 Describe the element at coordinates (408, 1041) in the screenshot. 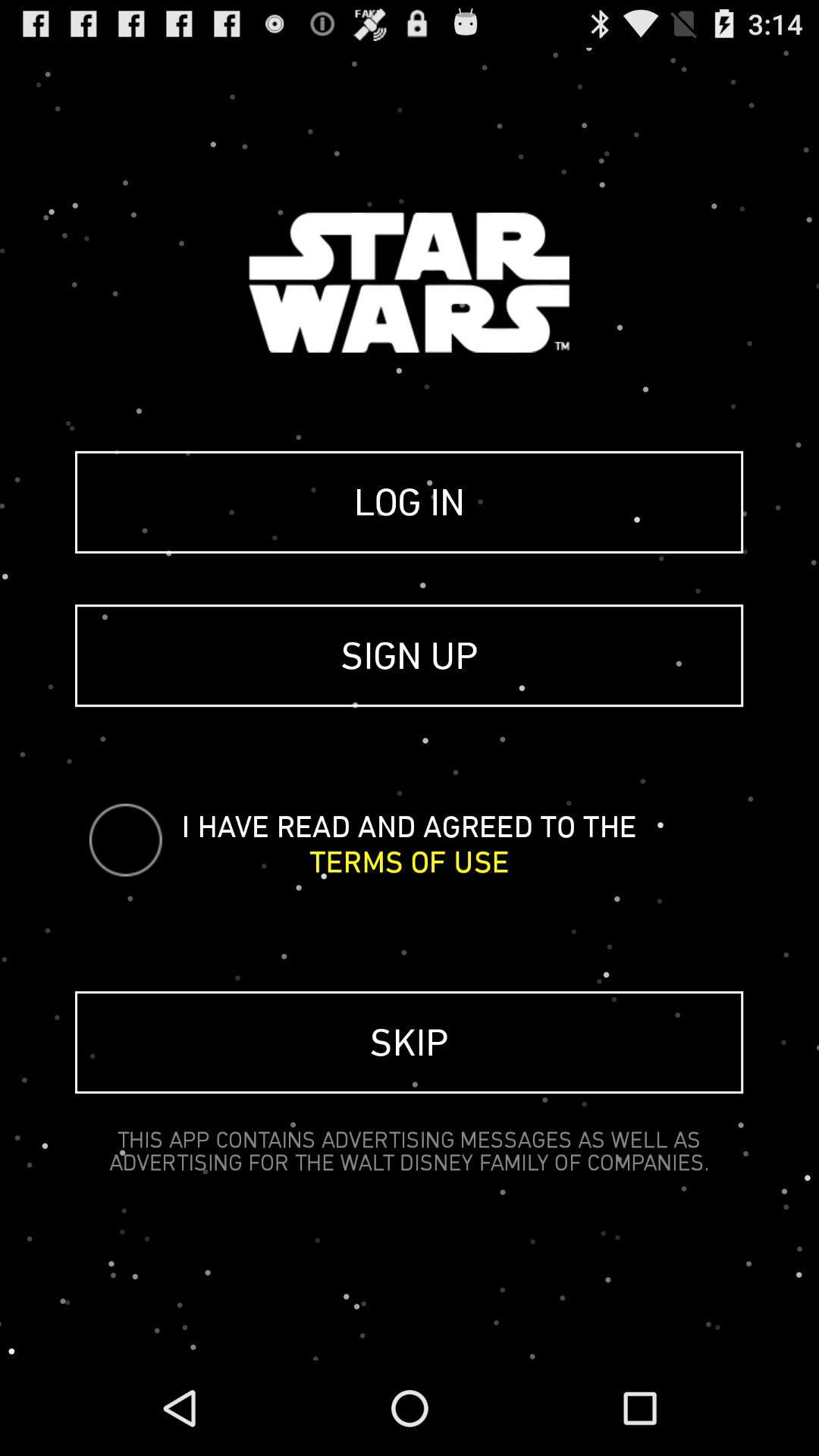

I see `icon below the terms of use item` at that location.